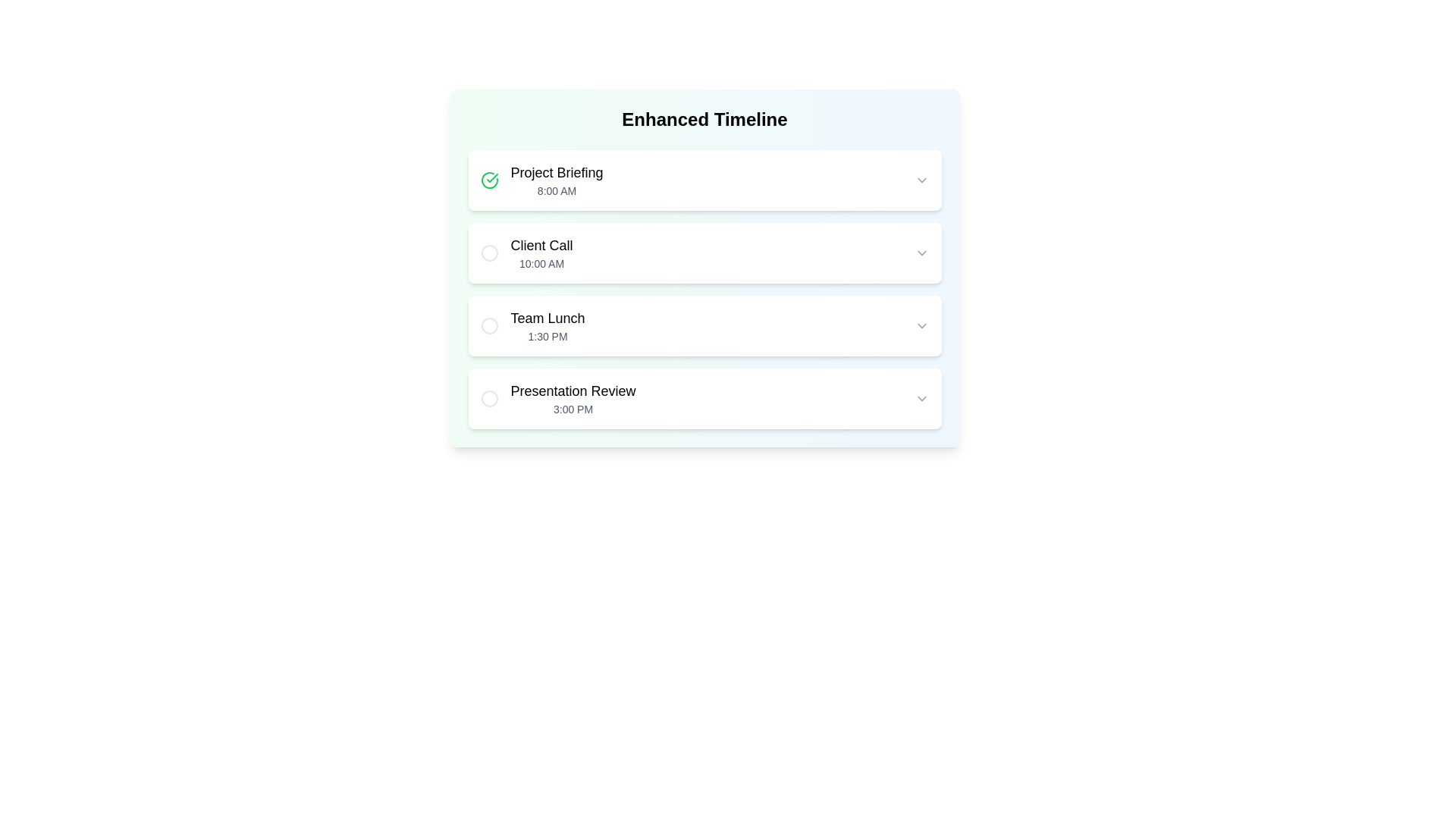 The height and width of the screenshot is (819, 1456). I want to click on the static text label that serves as the title for the fourth list item in the timeline component, which is located above the time indicator '3:00 PM', so click(573, 391).